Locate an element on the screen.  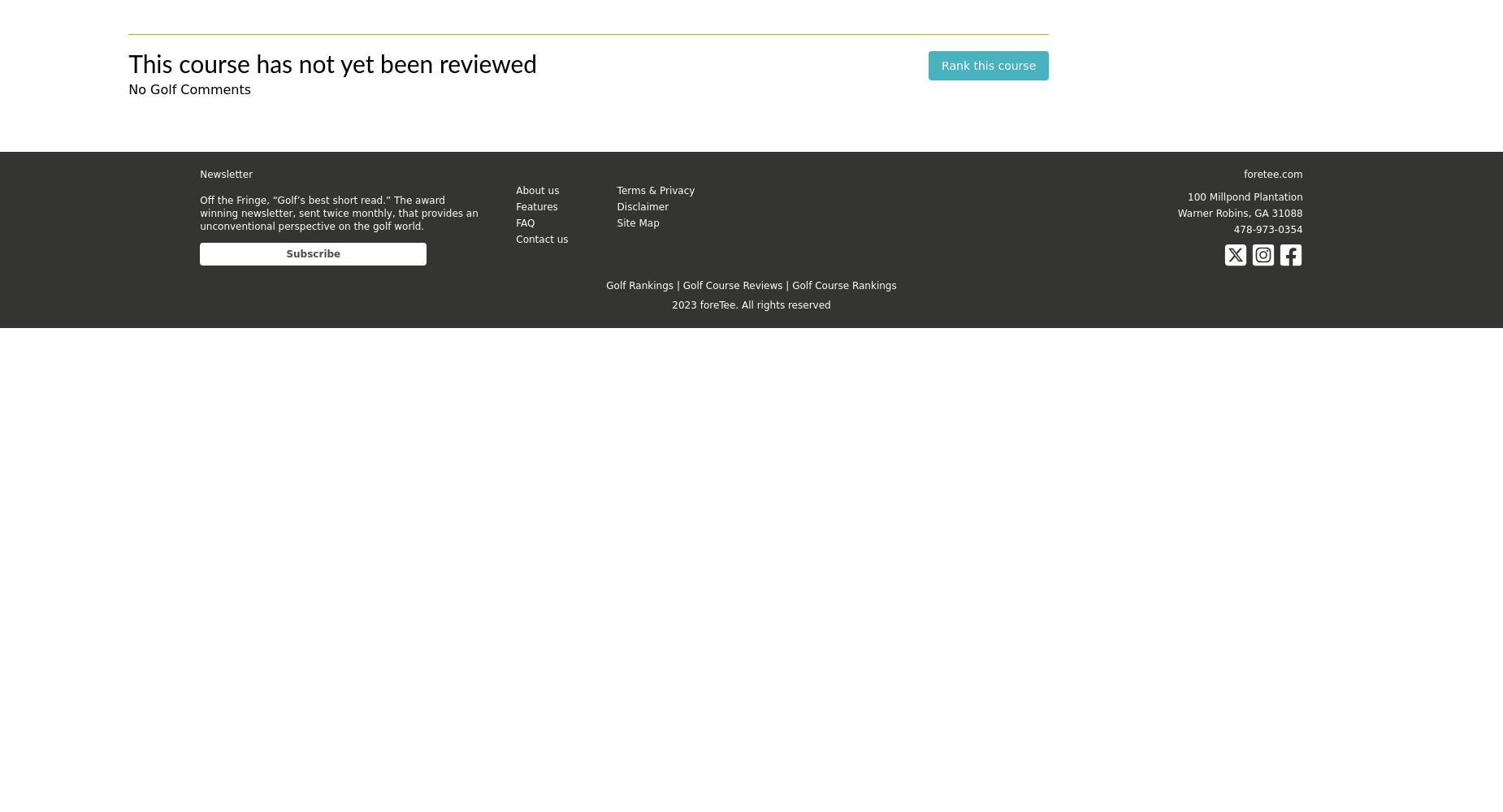
'Golf Course Reviews' is located at coordinates (732, 284).